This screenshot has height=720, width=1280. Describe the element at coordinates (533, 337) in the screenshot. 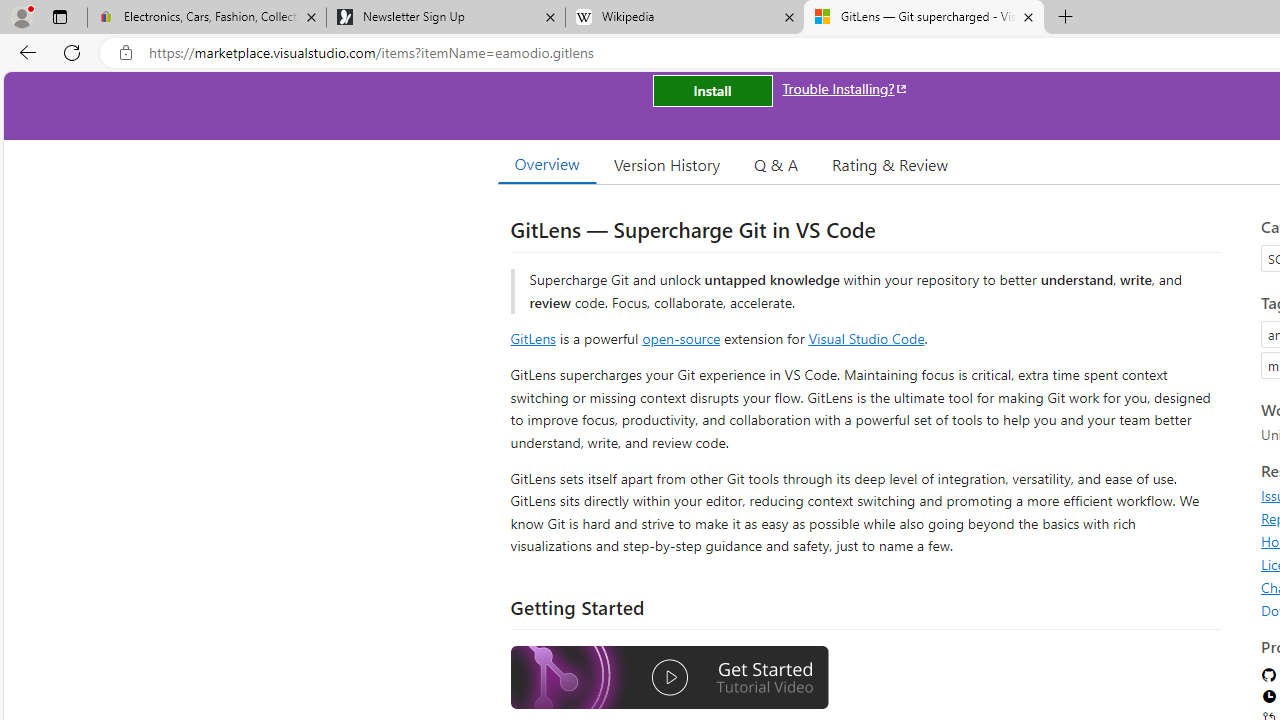

I see `'GitLens'` at that location.